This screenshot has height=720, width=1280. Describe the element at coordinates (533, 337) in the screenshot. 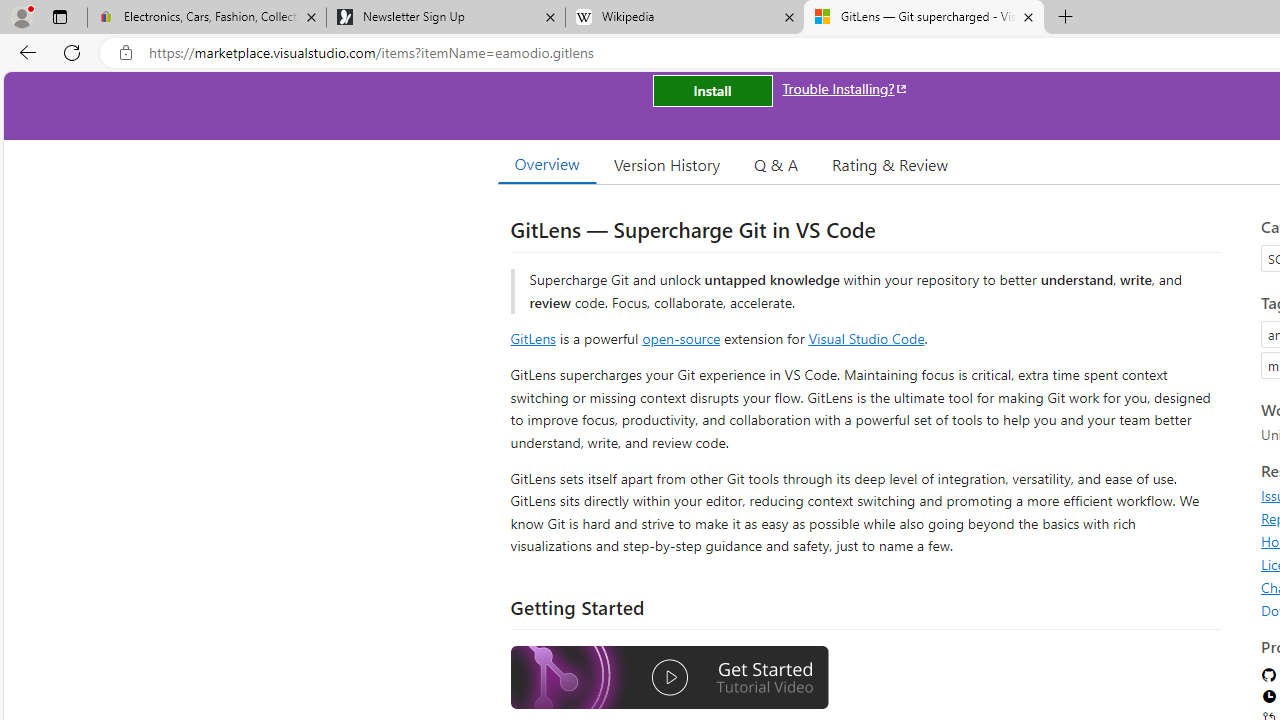

I see `'GitLens'` at that location.